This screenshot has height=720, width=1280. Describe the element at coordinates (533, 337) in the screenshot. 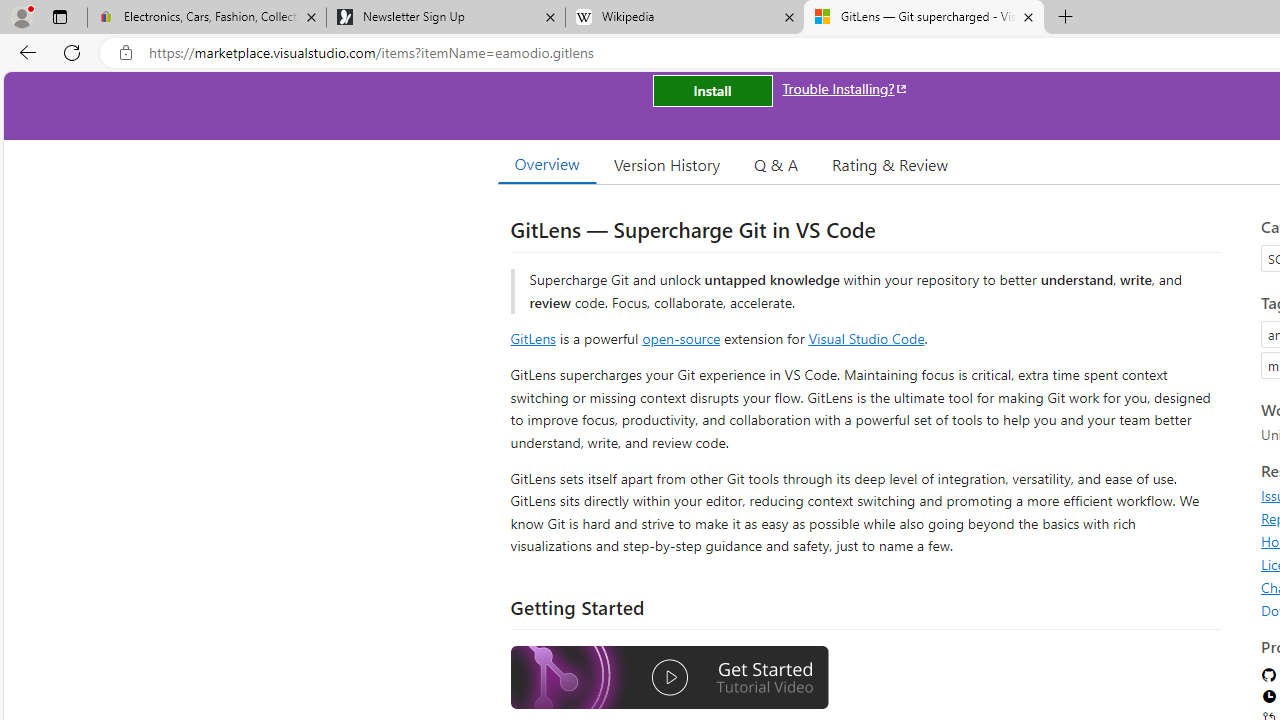

I see `'GitLens'` at that location.